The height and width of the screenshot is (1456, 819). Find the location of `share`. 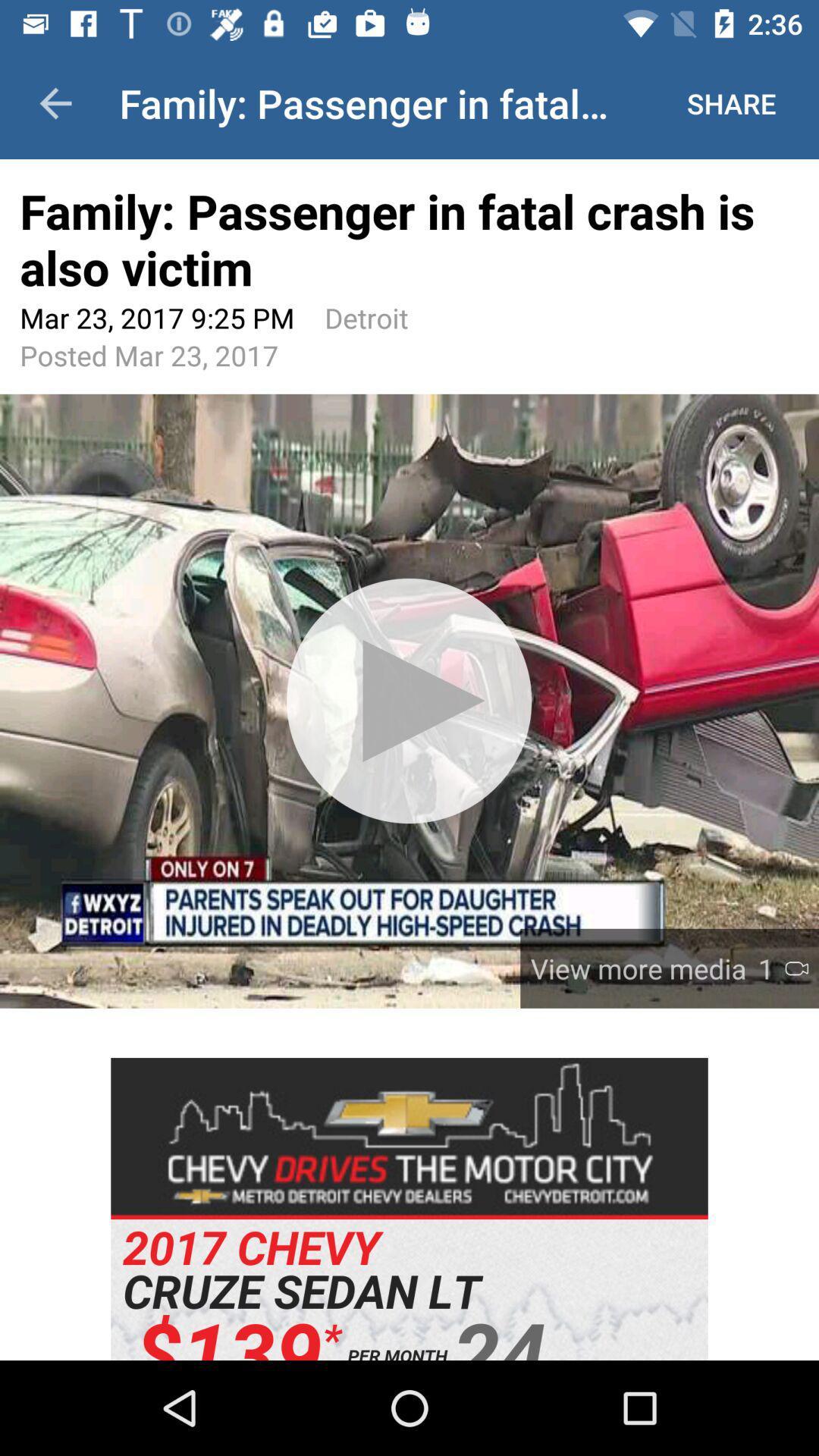

share is located at coordinates (730, 103).